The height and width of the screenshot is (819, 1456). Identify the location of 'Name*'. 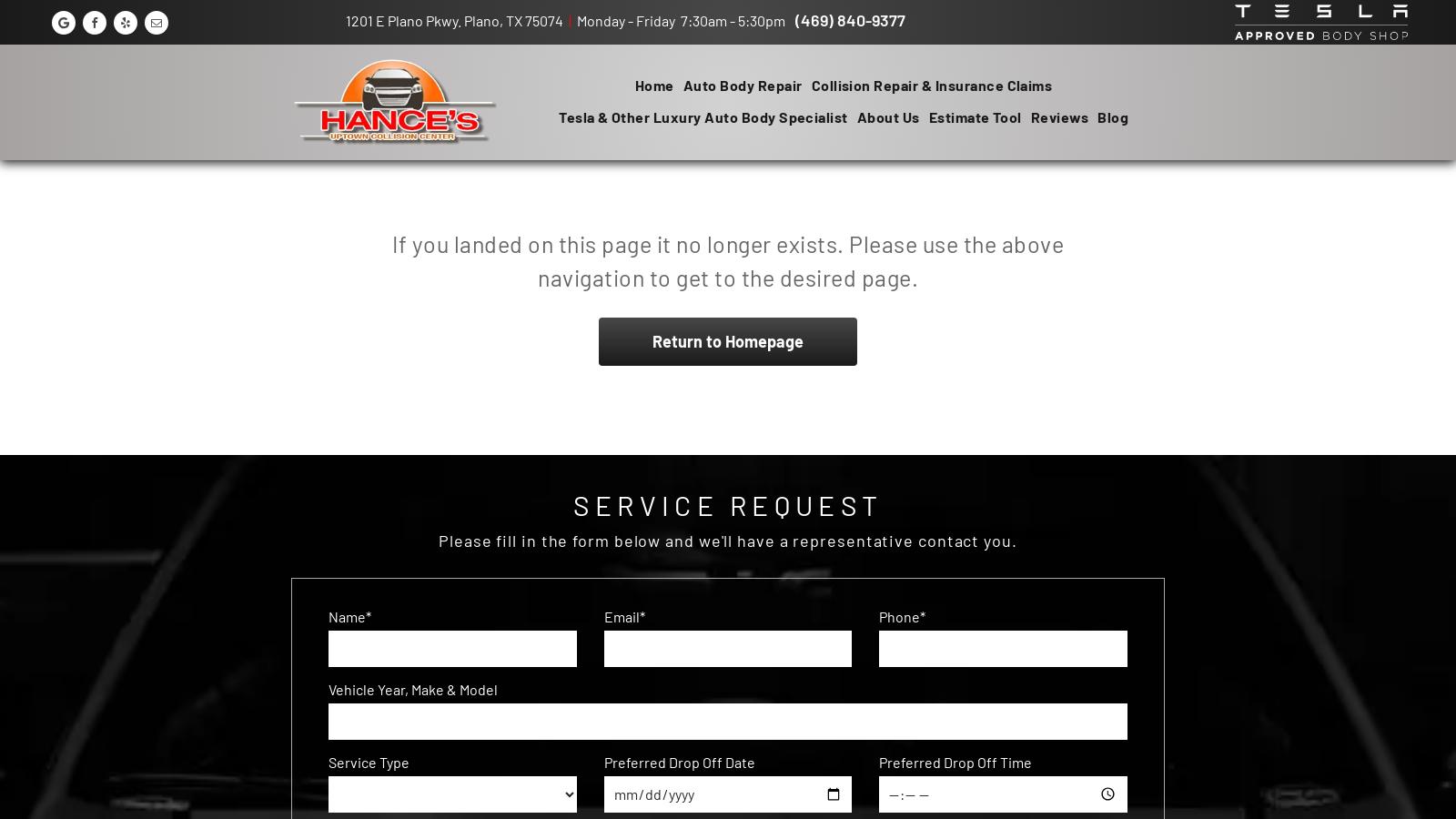
(349, 614).